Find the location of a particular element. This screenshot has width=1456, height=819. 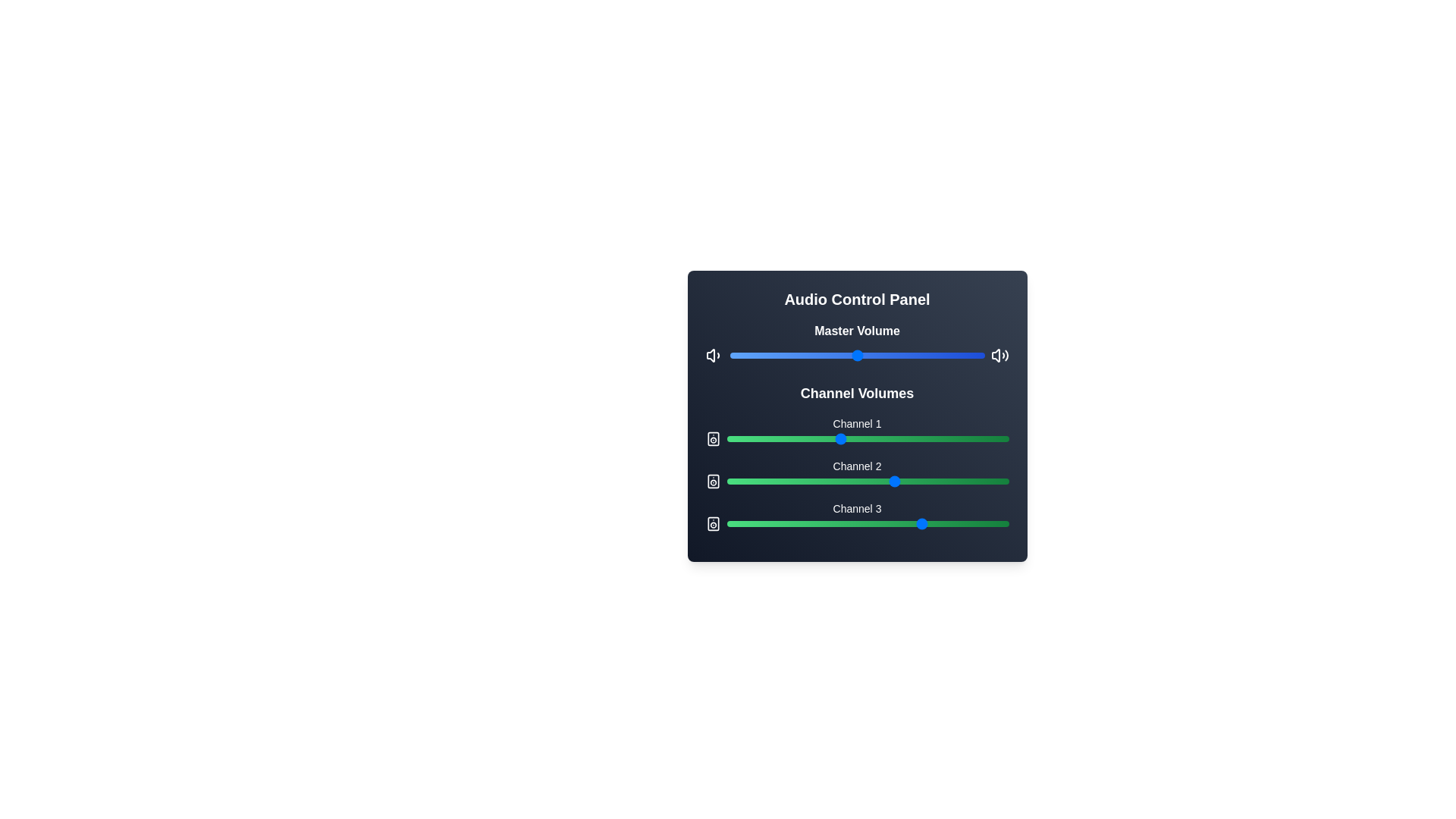

the slider value is located at coordinates (934, 438).